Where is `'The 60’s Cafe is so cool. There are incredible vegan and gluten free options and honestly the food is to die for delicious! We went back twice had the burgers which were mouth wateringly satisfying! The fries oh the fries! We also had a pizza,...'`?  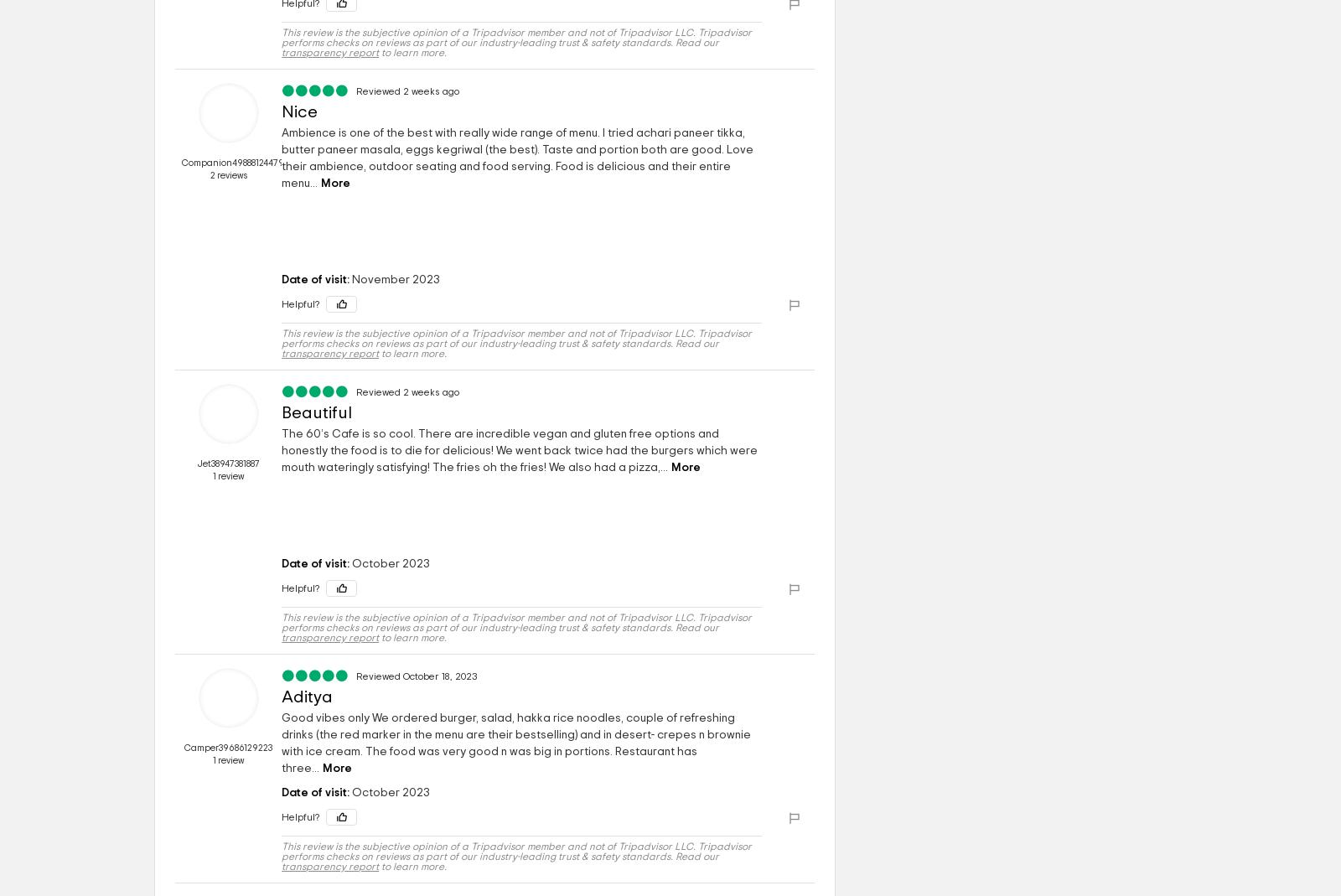
'The 60’s Cafe is so cool. There are incredible vegan and gluten free options and honestly the food is to die for delicious! We went back twice had the burgers which were mouth wateringly satisfying! The fries oh the fries! We also had a pizza,...' is located at coordinates (520, 451).